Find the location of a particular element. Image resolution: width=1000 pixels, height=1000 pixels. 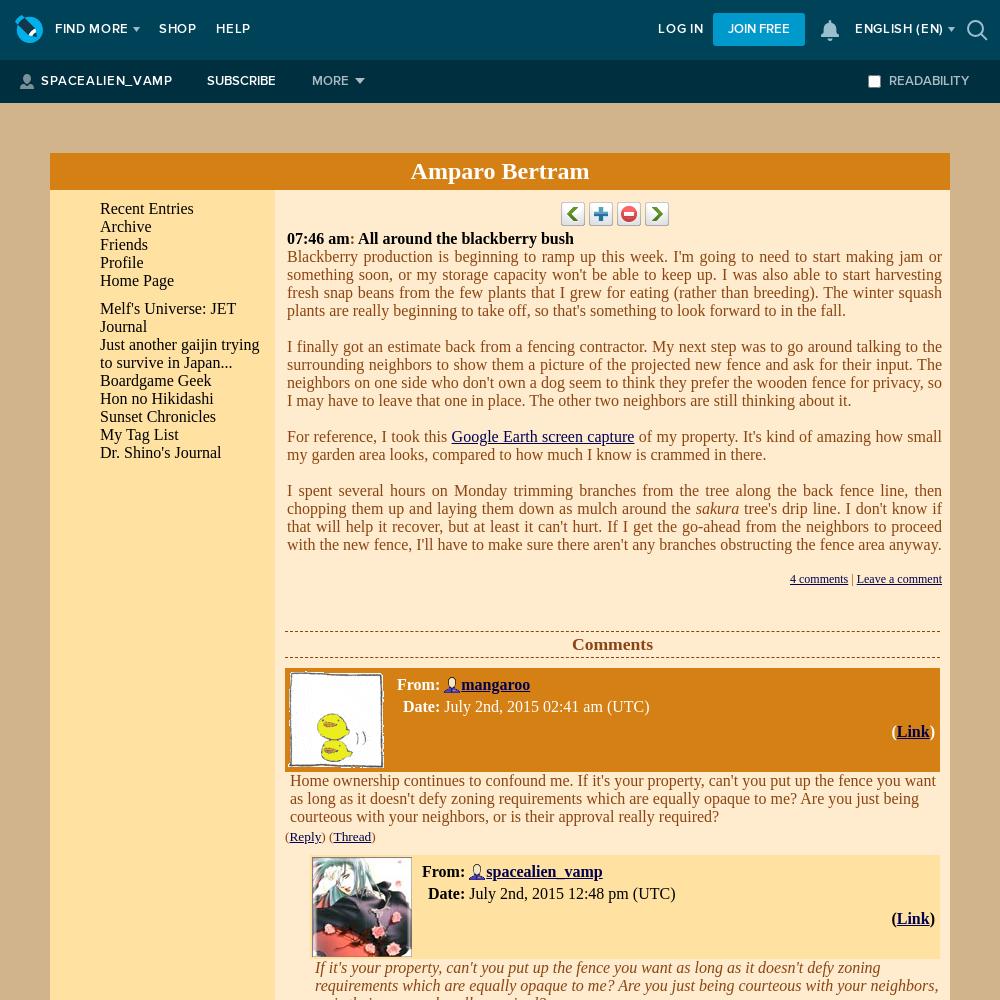

'Profile' is located at coordinates (120, 262).